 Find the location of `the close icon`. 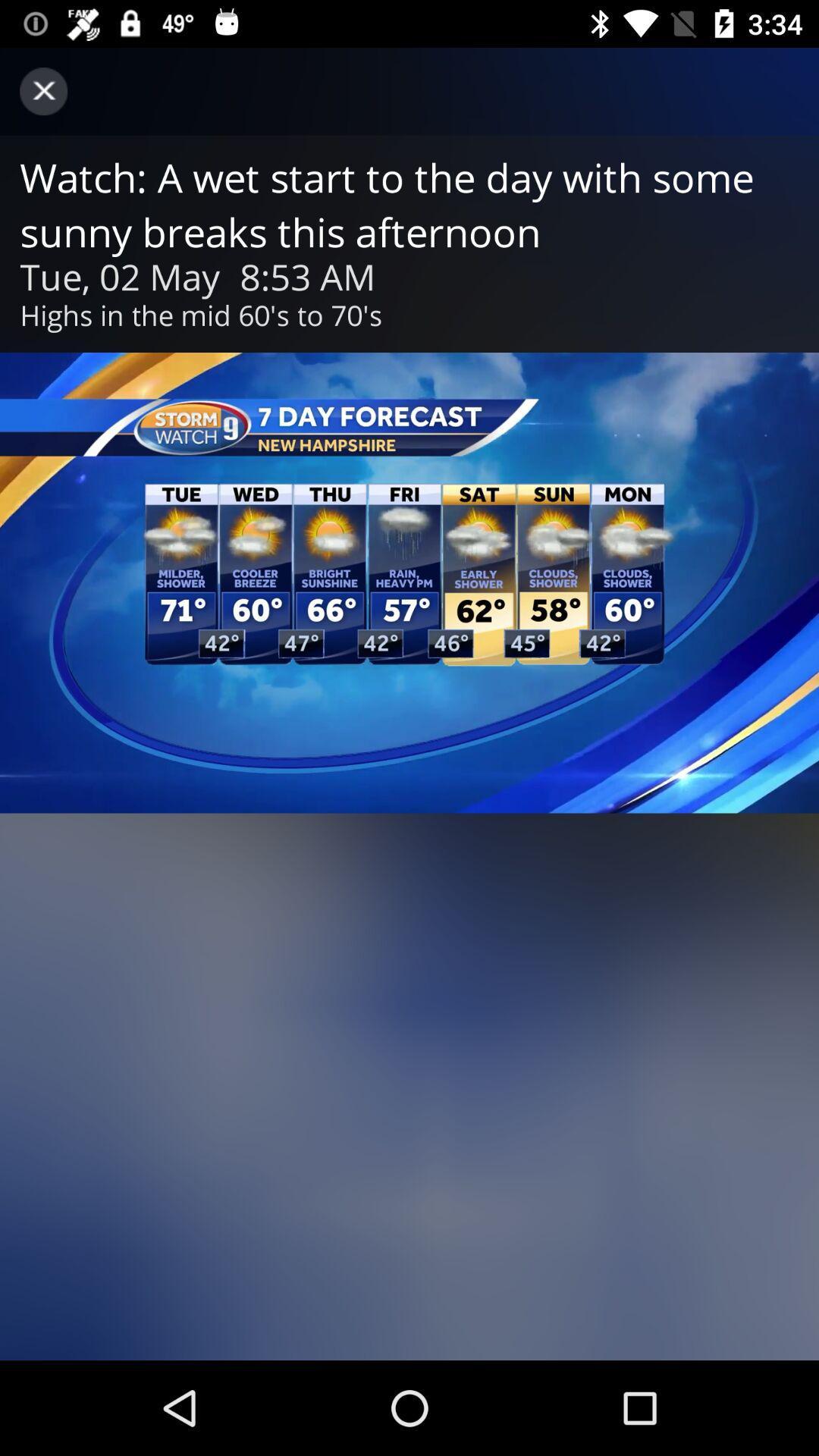

the close icon is located at coordinates (42, 90).